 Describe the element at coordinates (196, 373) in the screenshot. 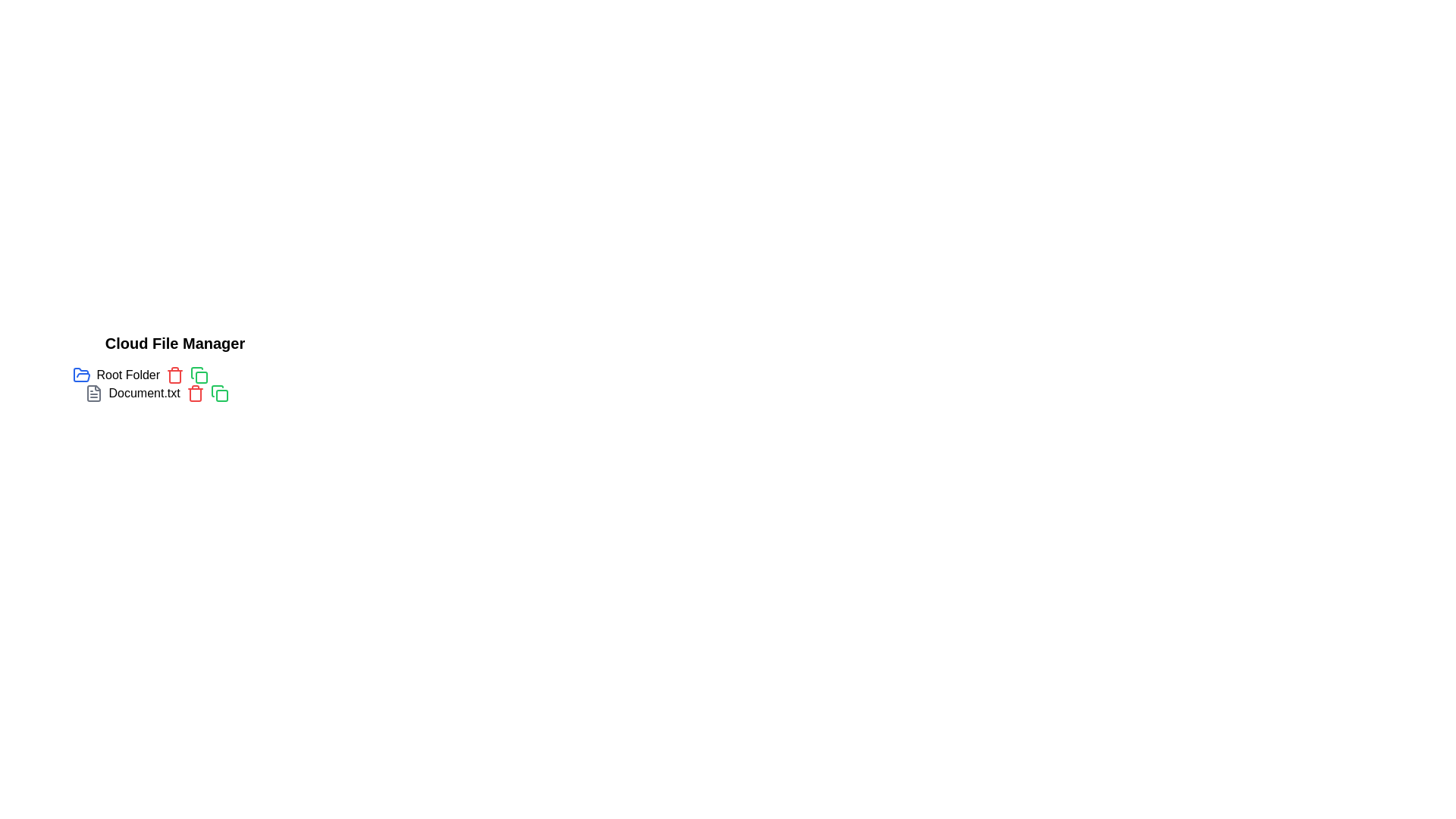

I see `the small green icon resembling a page with a folded corner, located next to the 'Document.txt' file name, to initiate the copy action` at that location.